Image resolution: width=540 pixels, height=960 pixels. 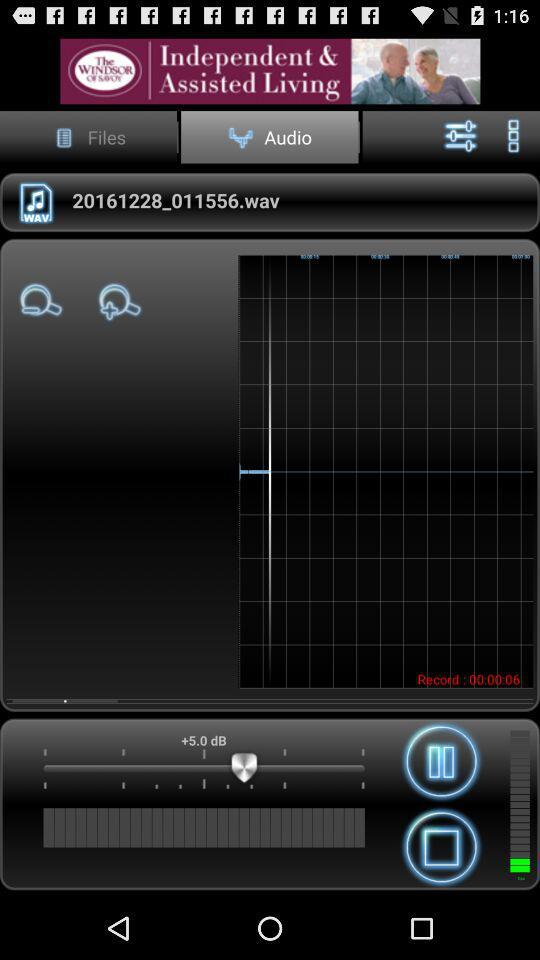 I want to click on the zoom_out icon, so click(x=39, y=325).